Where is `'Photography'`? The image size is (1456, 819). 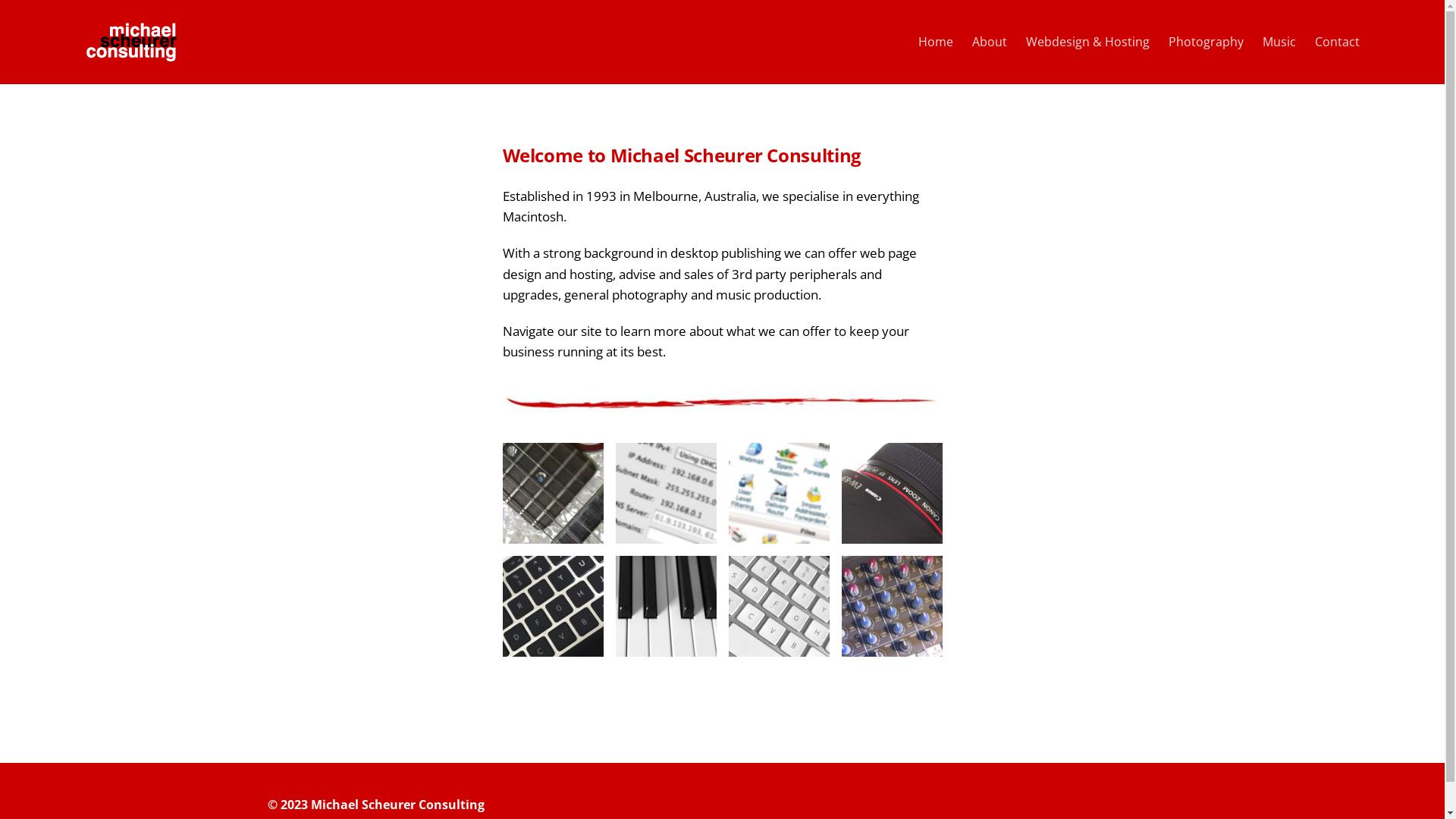 'Photography' is located at coordinates (1204, 41).